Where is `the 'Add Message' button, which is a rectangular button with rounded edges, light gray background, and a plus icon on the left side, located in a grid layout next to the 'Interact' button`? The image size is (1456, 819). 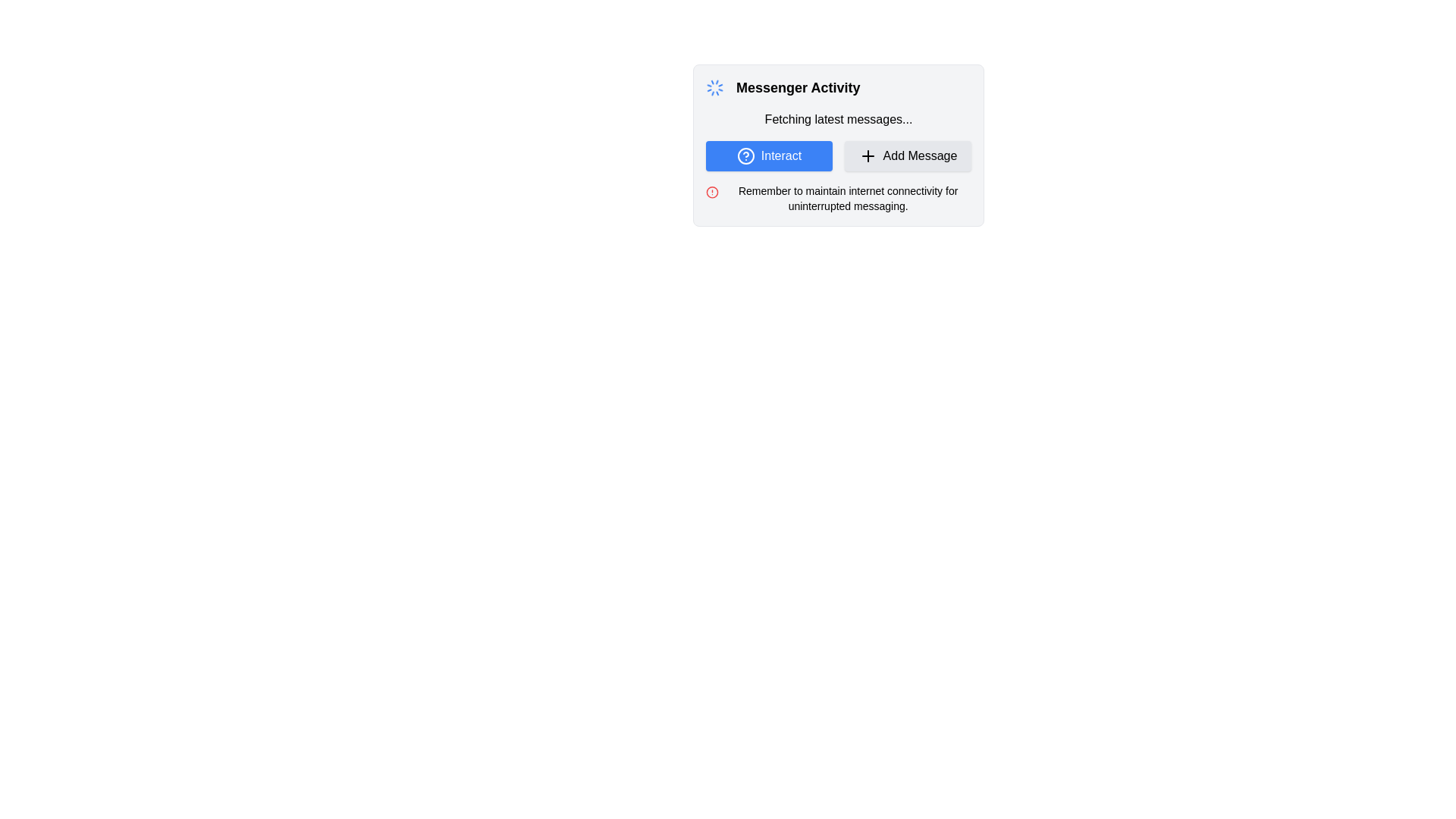
the 'Add Message' button, which is a rectangular button with rounded edges, light gray background, and a plus icon on the left side, located in a grid layout next to the 'Interact' button is located at coordinates (908, 155).